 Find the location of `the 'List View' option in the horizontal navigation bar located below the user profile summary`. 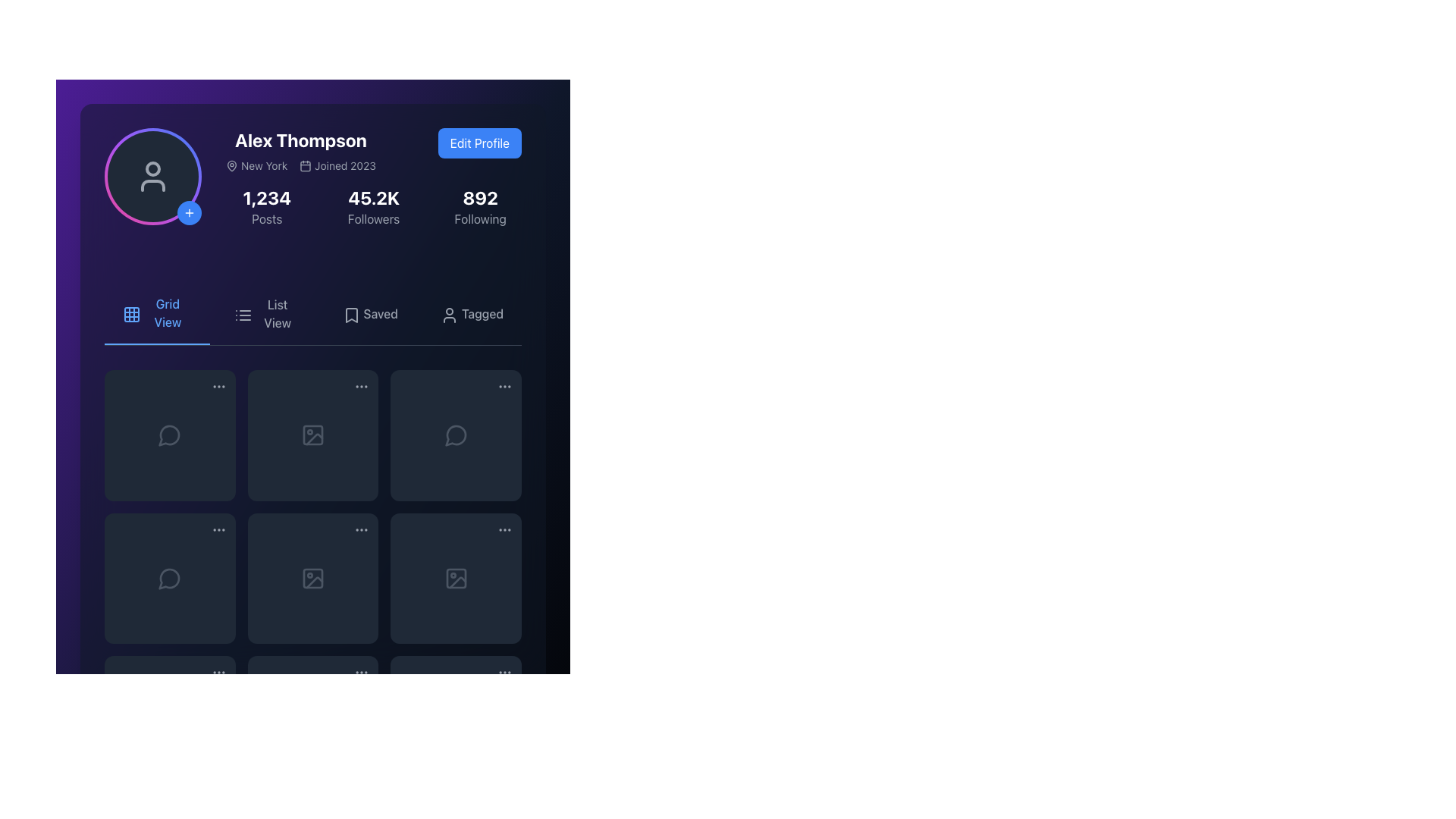

the 'List View' option in the horizontal navigation bar located below the user profile summary is located at coordinates (312, 313).